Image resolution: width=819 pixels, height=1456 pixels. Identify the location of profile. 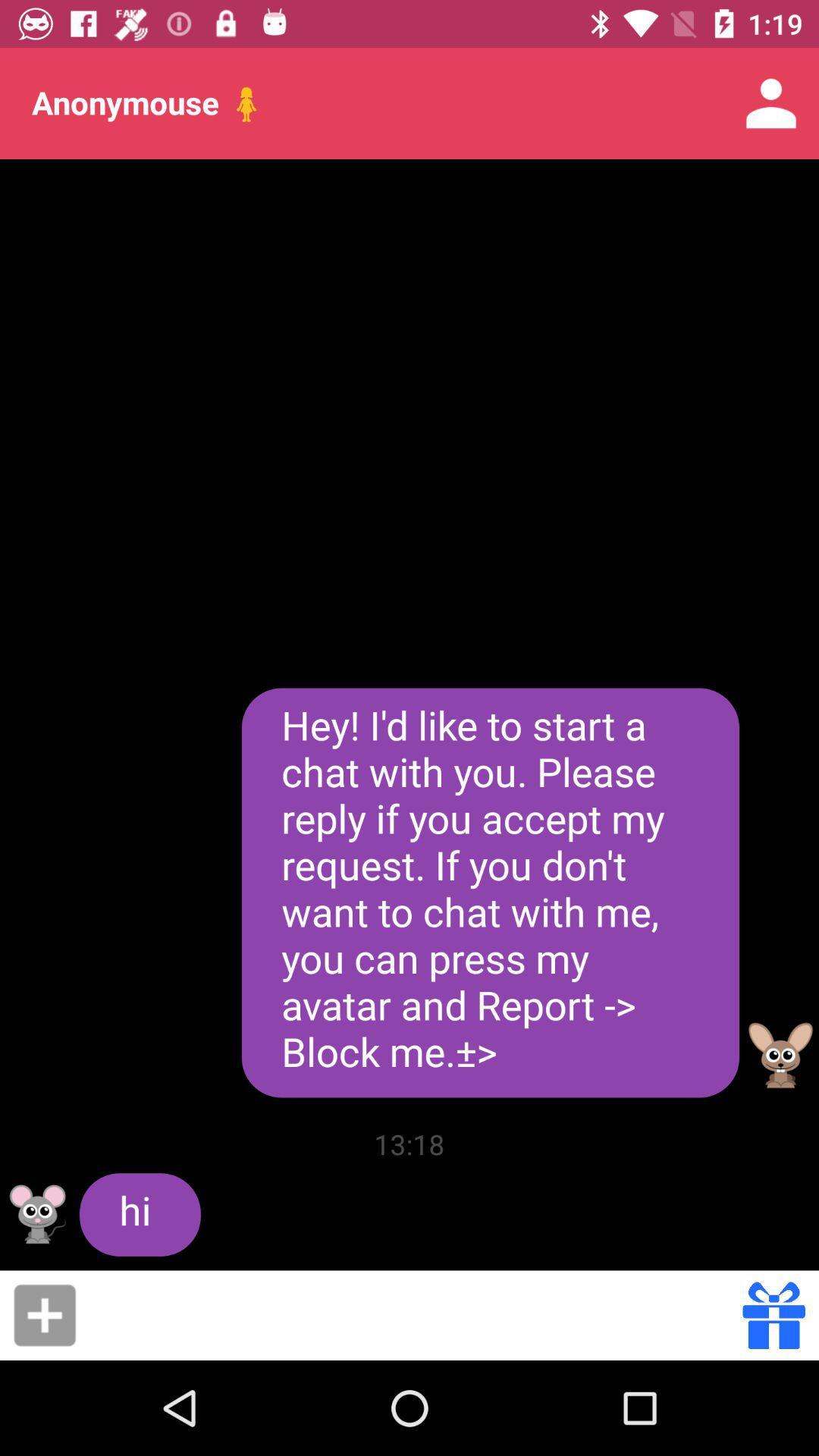
(37, 1214).